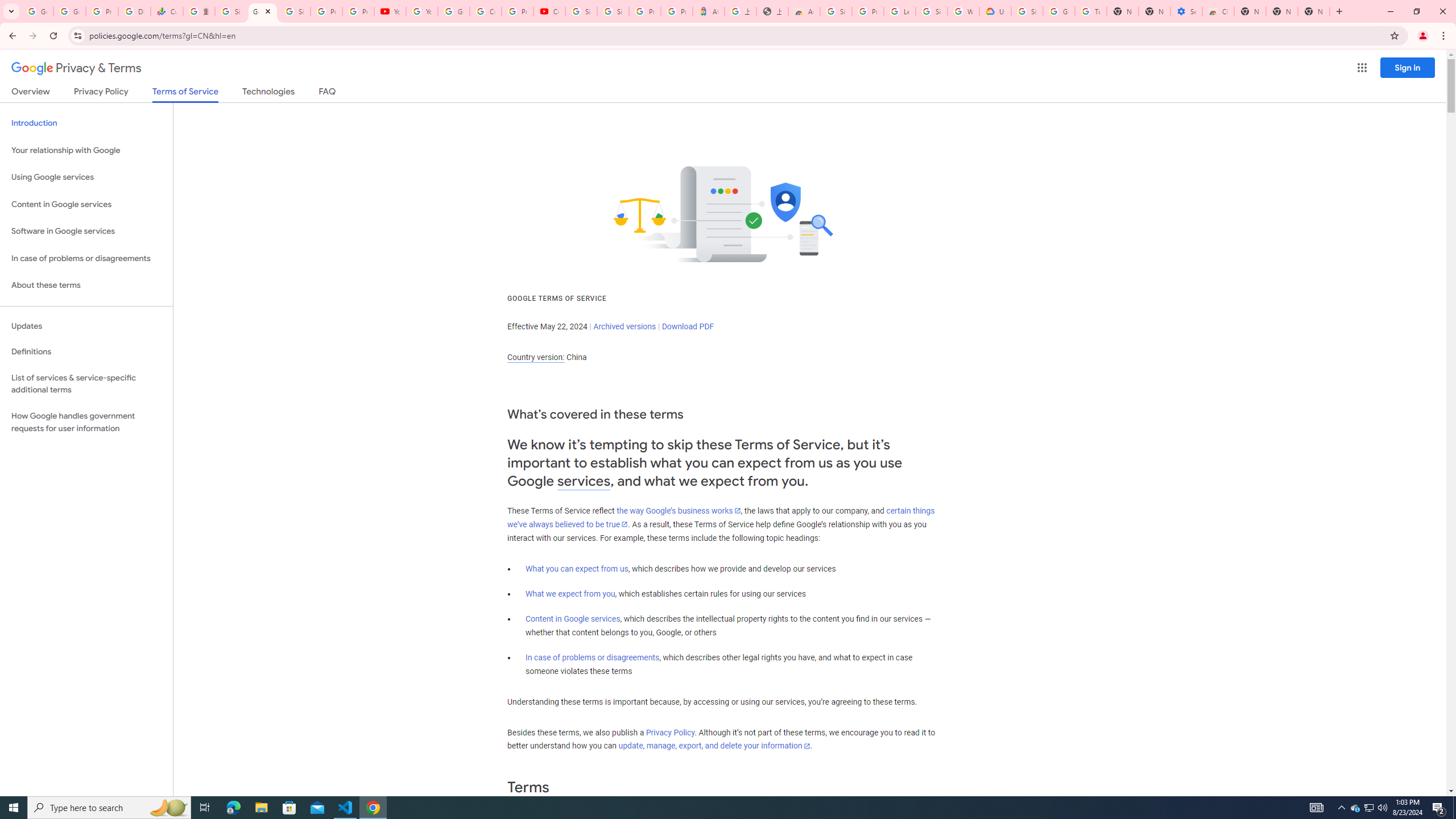  What do you see at coordinates (390, 11) in the screenshot?
I see `'YouTube'` at bounding box center [390, 11].